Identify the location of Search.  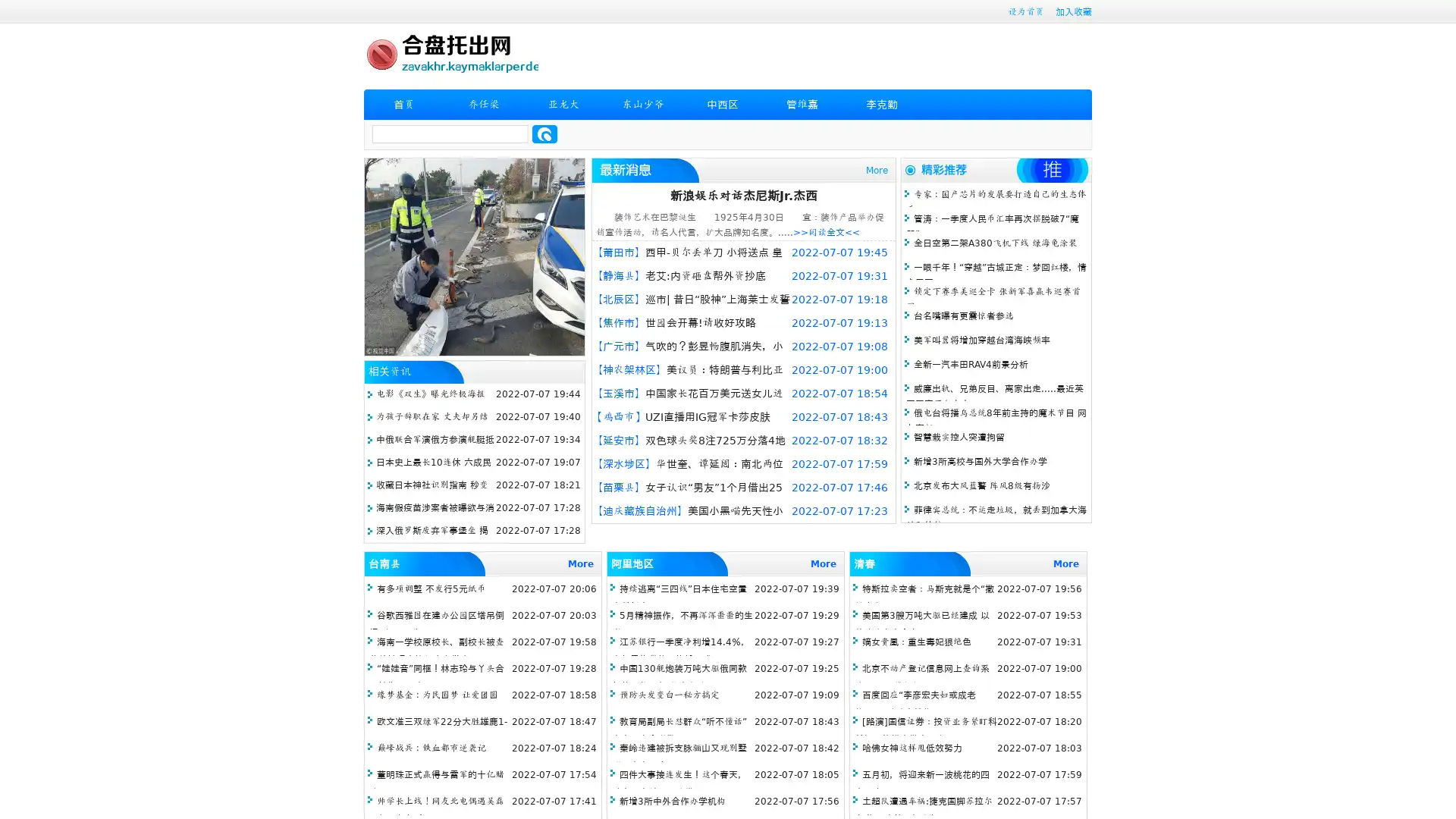
(544, 133).